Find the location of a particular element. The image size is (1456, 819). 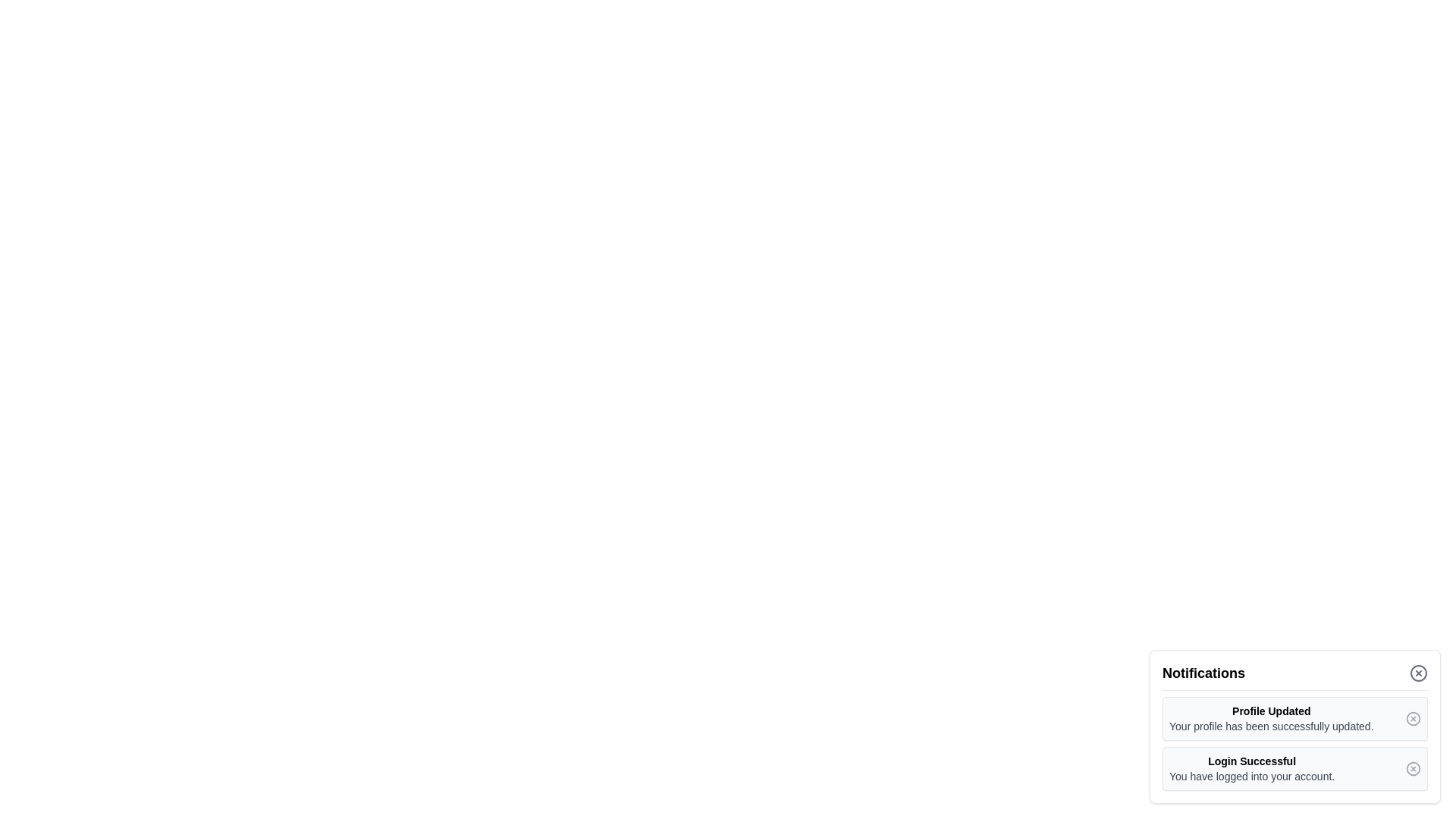

the Circle element within the SVG graphic that represents the close button for the notification titled 'Profile Updated' is located at coordinates (1412, 718).